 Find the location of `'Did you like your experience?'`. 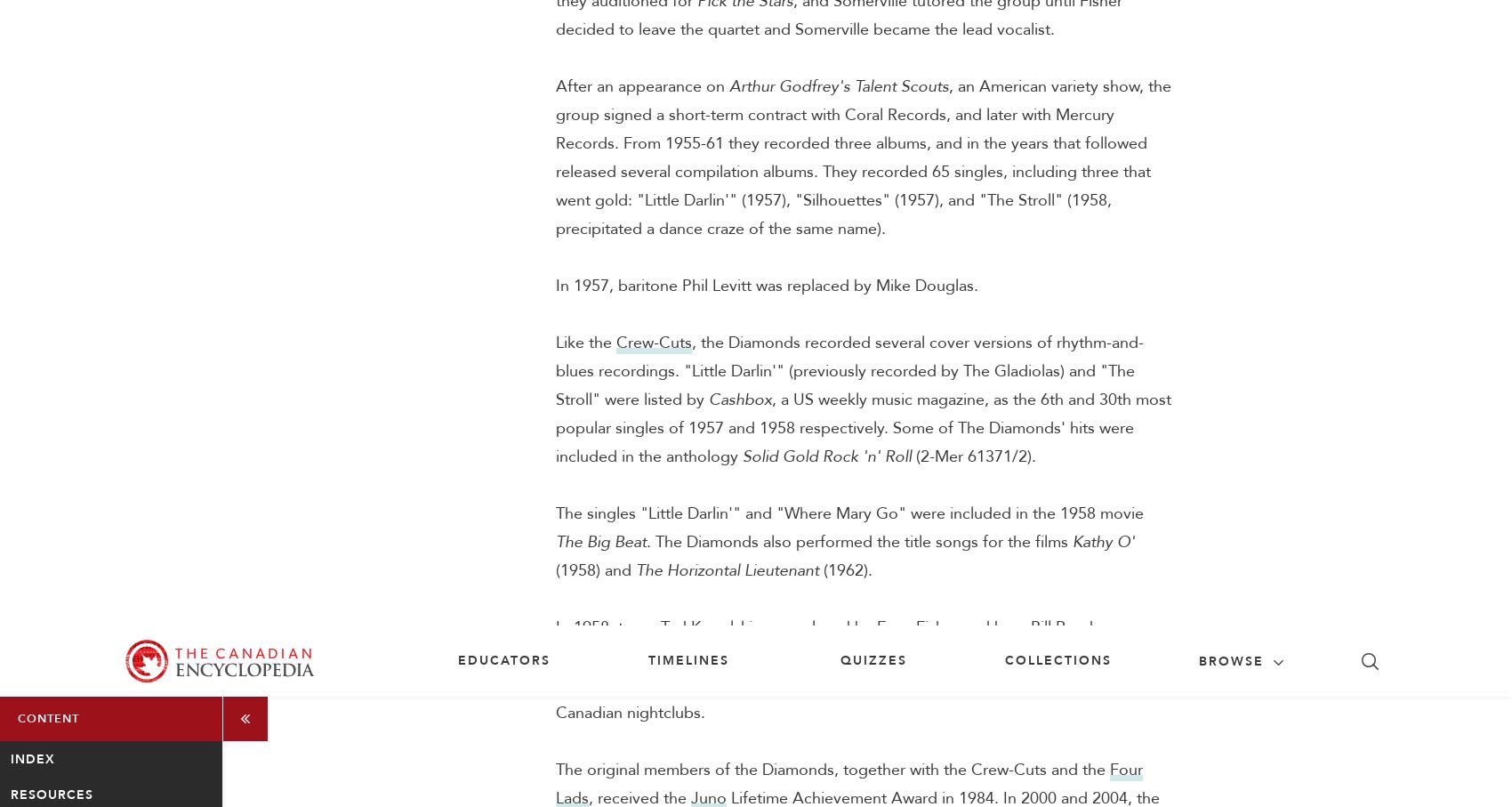

'Did you like your experience?' is located at coordinates (1074, 544).